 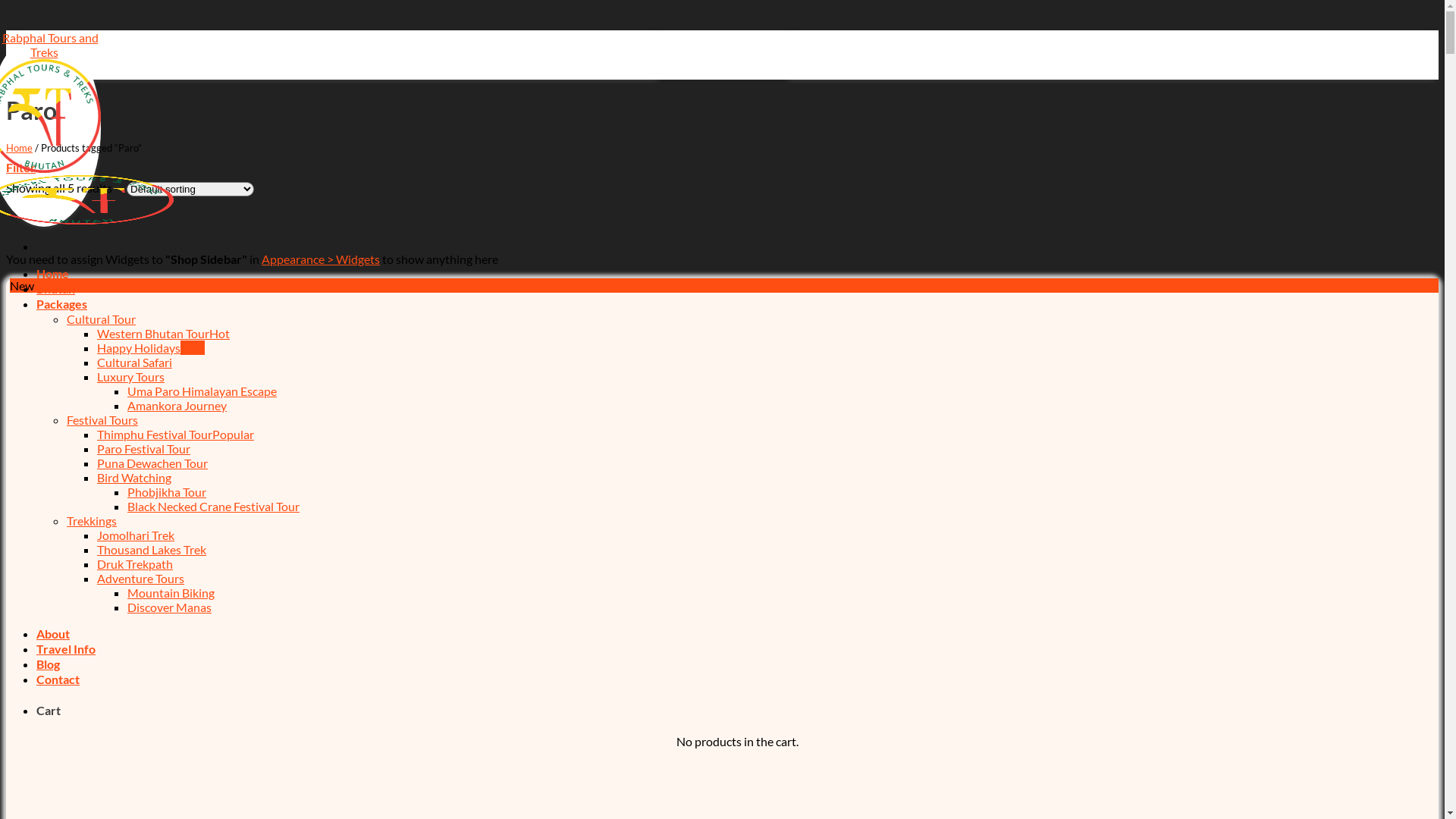 I want to click on 'About', so click(x=53, y=633).